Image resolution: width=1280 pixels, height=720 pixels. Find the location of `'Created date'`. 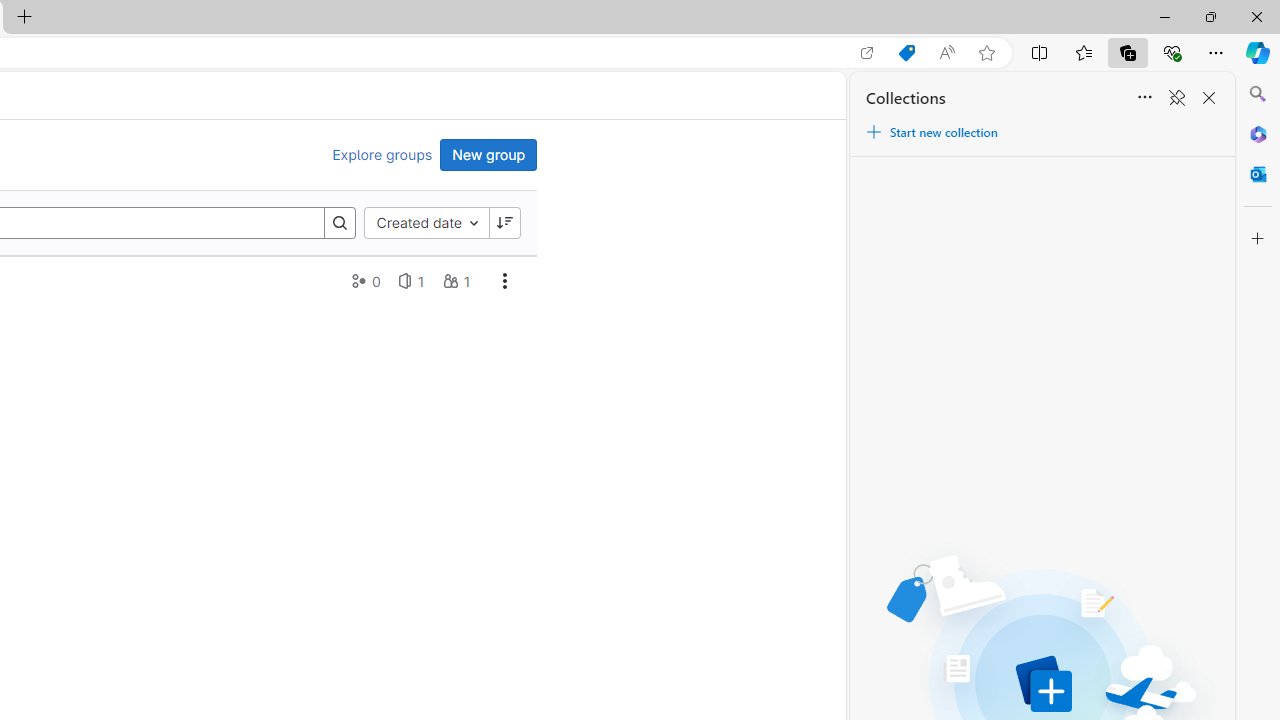

'Created date' is located at coordinates (425, 222).